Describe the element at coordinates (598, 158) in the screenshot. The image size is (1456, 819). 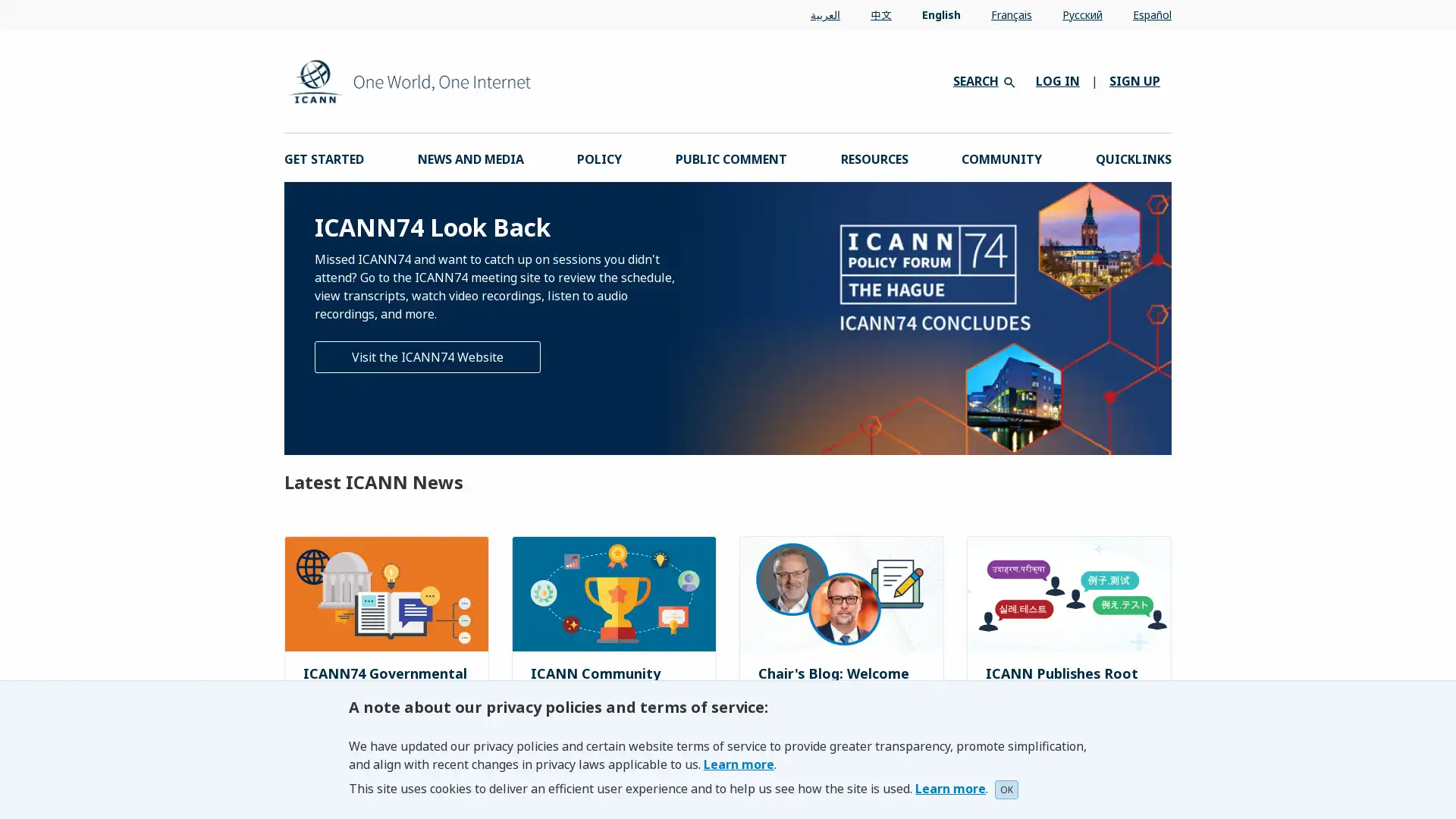
I see `POLICY` at that location.